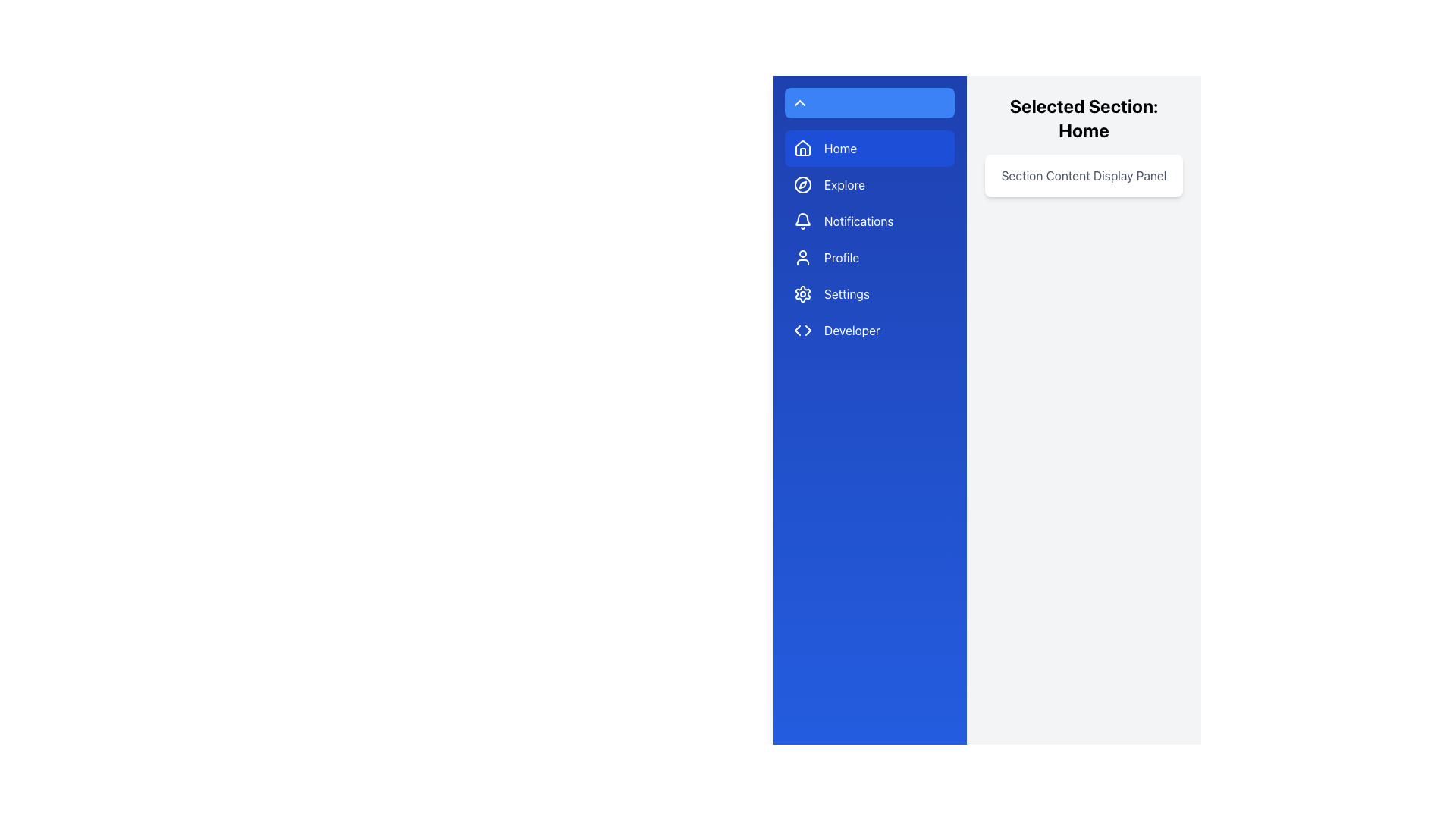  Describe the element at coordinates (802, 184) in the screenshot. I see `the visual styling of the compass icon located in the navigation menu panel, specifically the 'Explore' option below 'Home'` at that location.